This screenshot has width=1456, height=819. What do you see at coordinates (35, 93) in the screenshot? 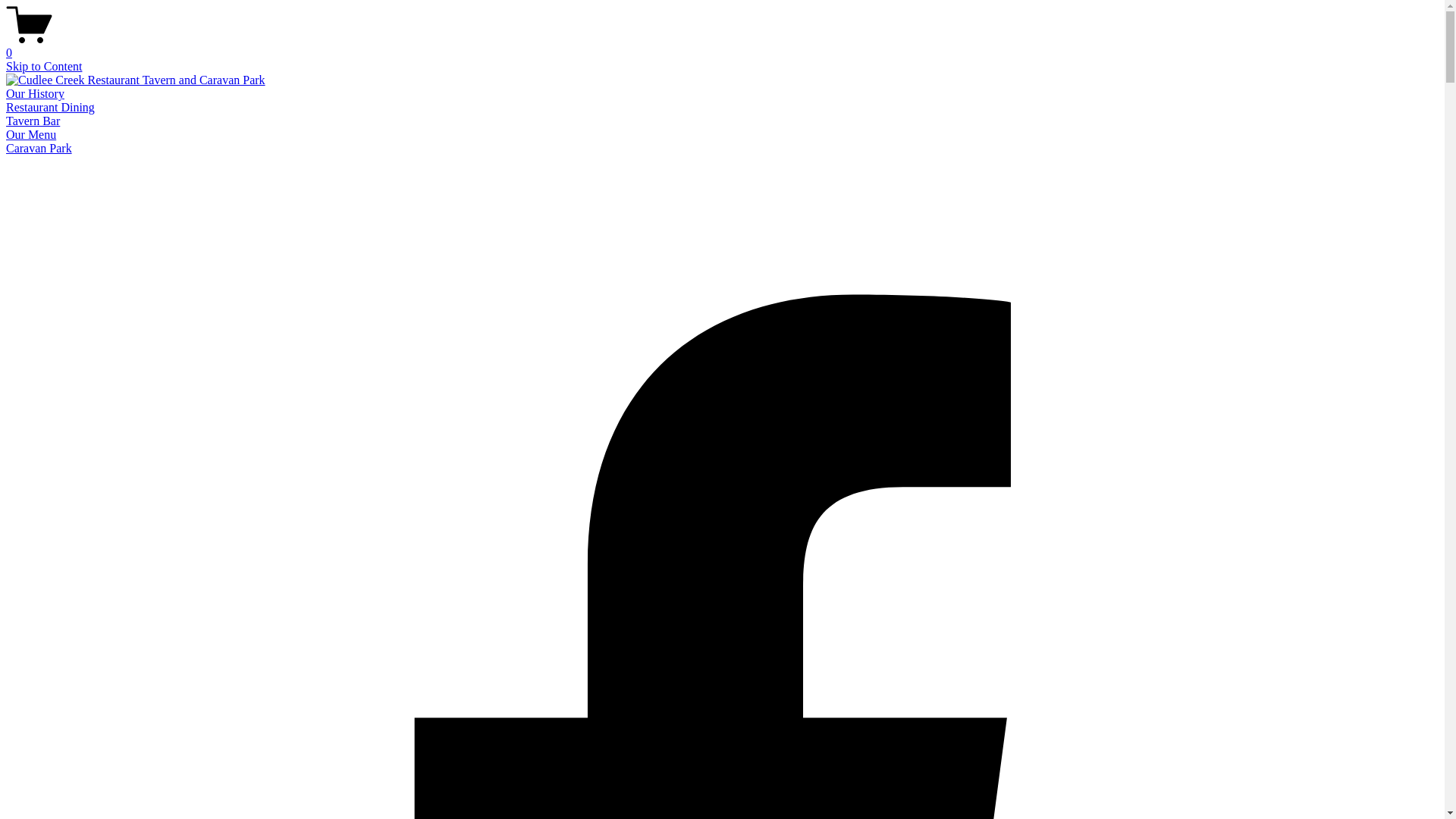
I see `'Our History'` at bounding box center [35, 93].